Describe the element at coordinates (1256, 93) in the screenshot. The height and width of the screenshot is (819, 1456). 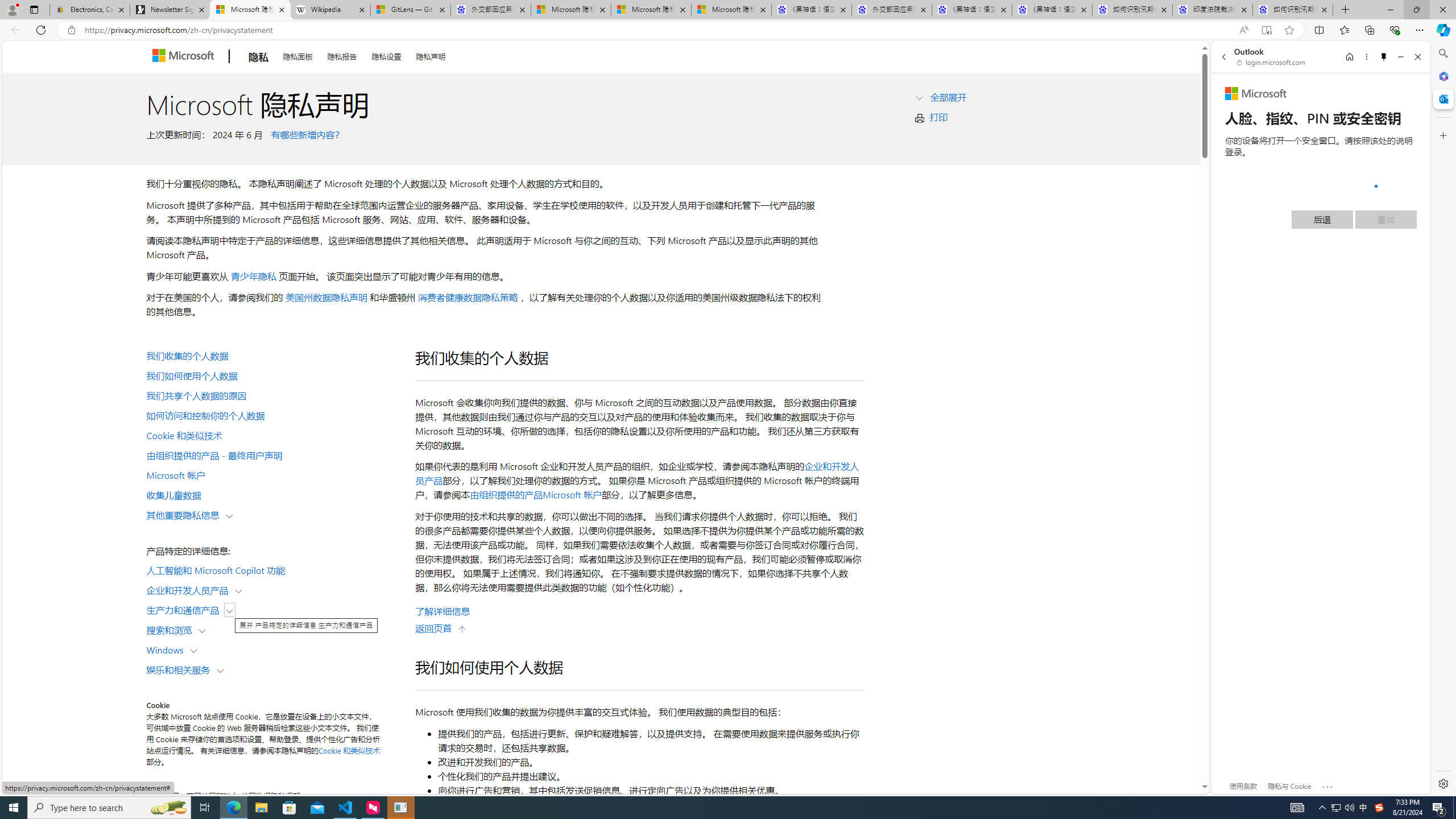
I see `'Microsoft'` at that location.